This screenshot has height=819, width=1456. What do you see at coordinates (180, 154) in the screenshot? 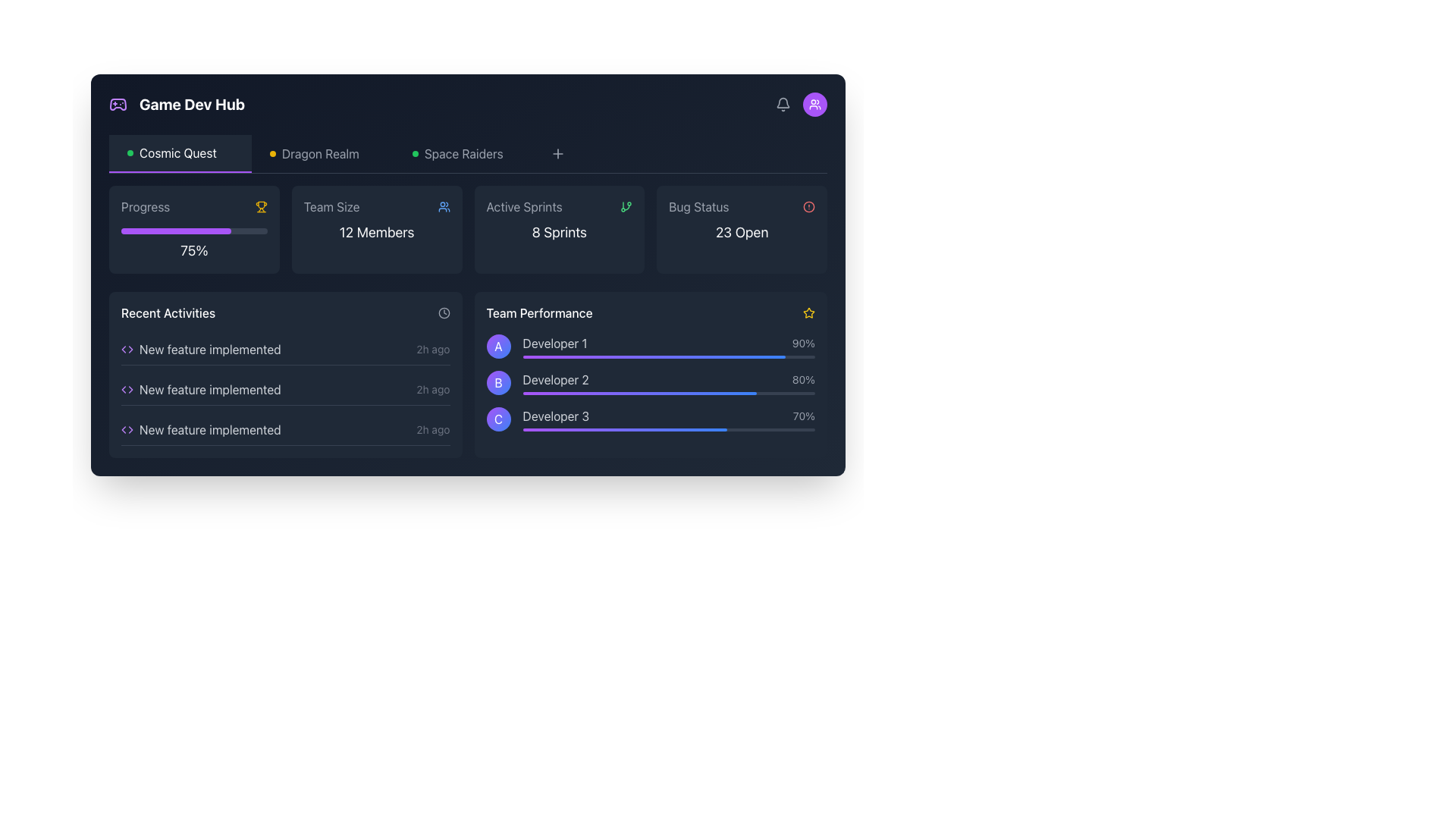
I see `the navigational menu item labeled 'Cosmic Quest'` at bounding box center [180, 154].